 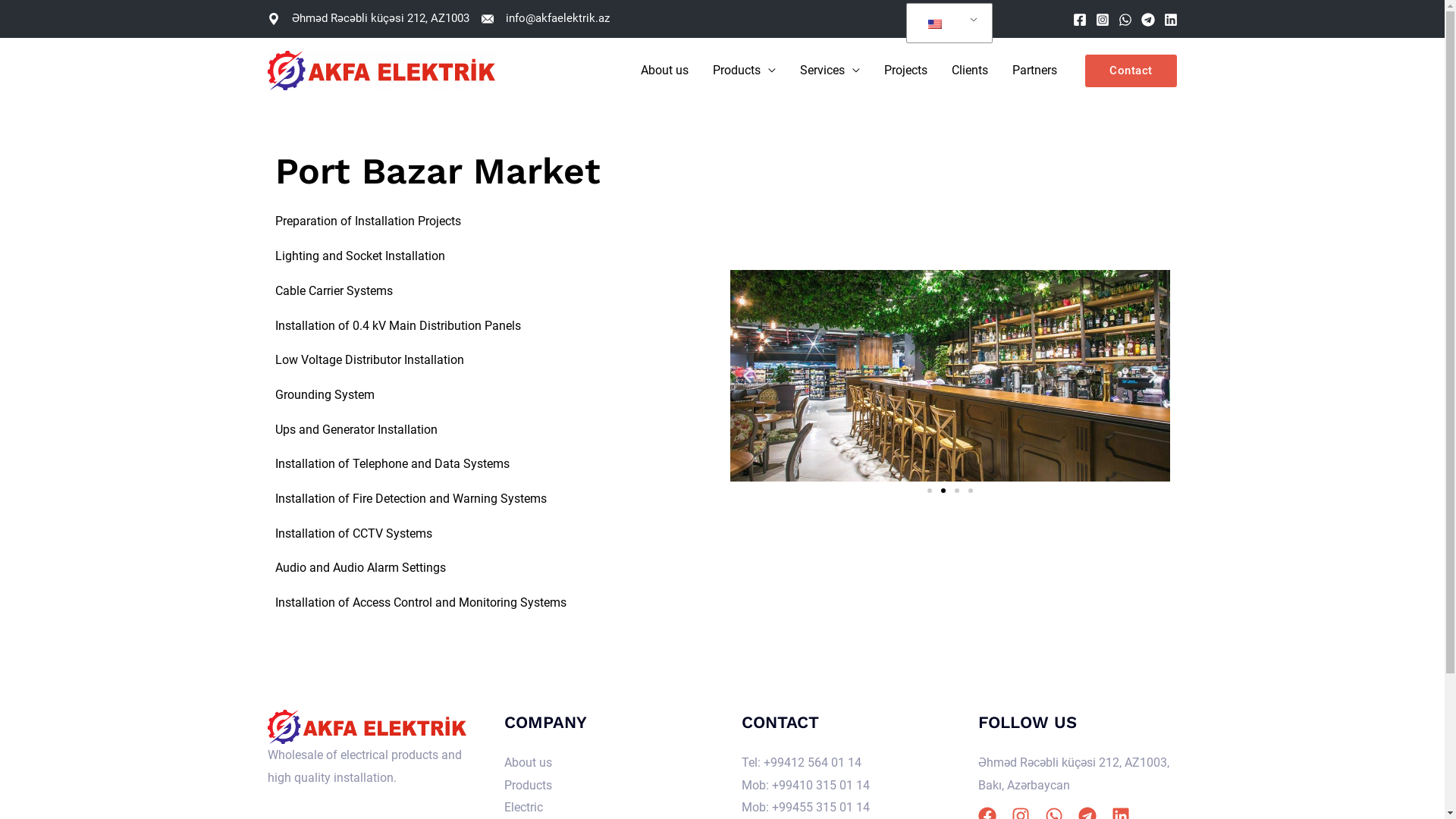 What do you see at coordinates (805, 785) in the screenshot?
I see `'Mob: +99410 315 01 14'` at bounding box center [805, 785].